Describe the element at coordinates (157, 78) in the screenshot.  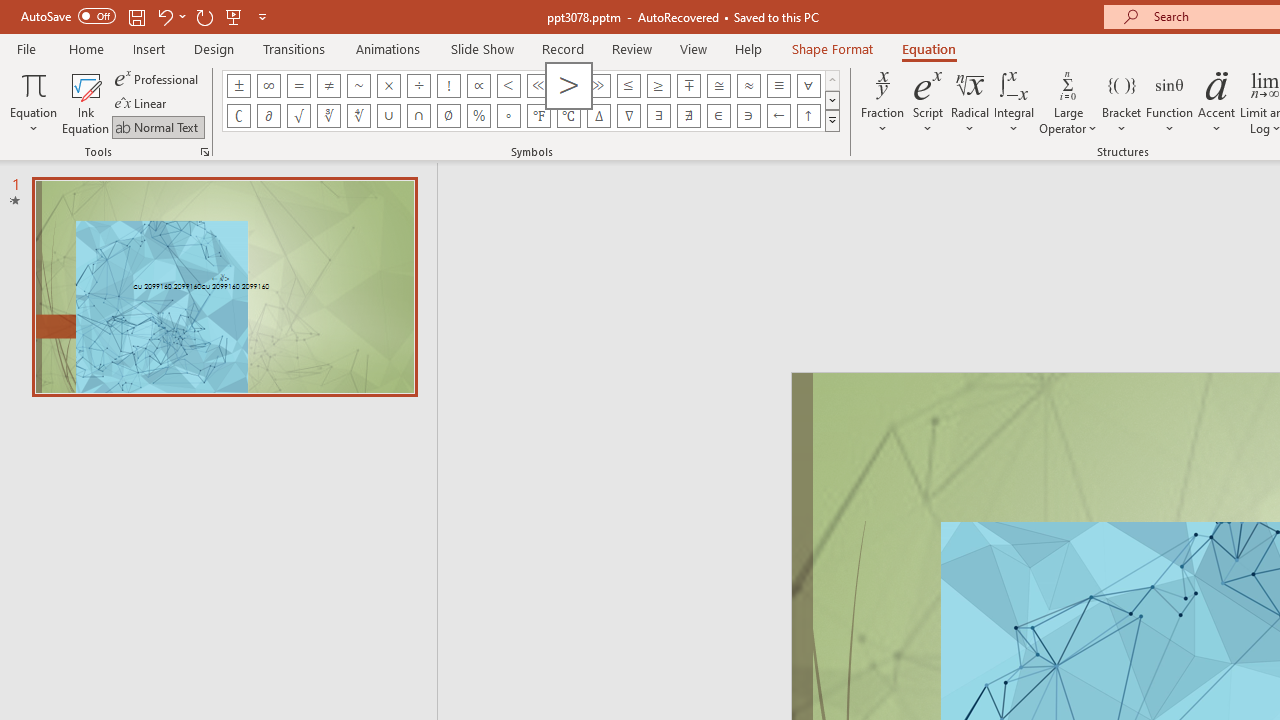
I see `'Professional'` at that location.